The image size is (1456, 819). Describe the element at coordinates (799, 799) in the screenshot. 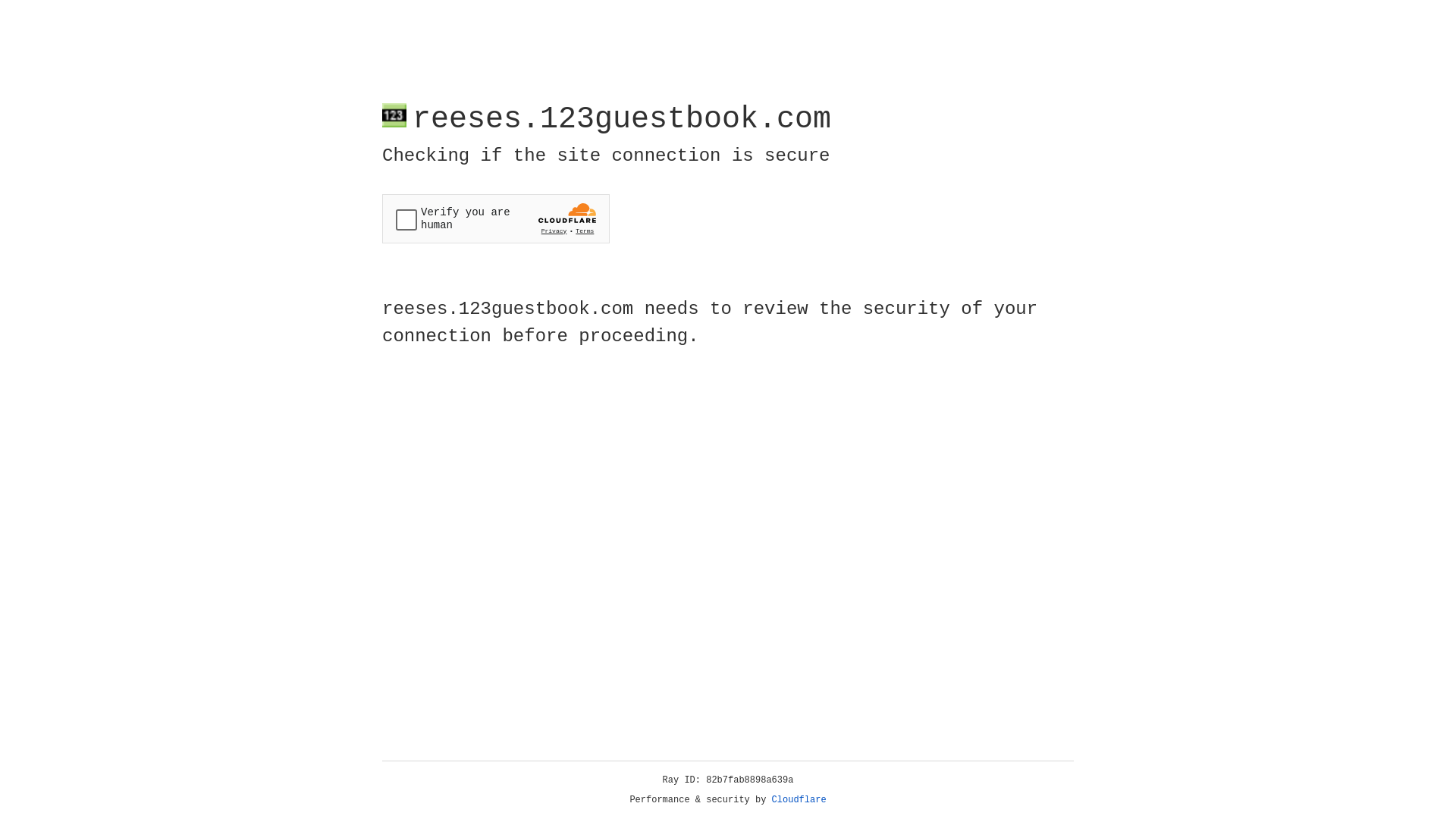

I see `'Cloudflare'` at that location.